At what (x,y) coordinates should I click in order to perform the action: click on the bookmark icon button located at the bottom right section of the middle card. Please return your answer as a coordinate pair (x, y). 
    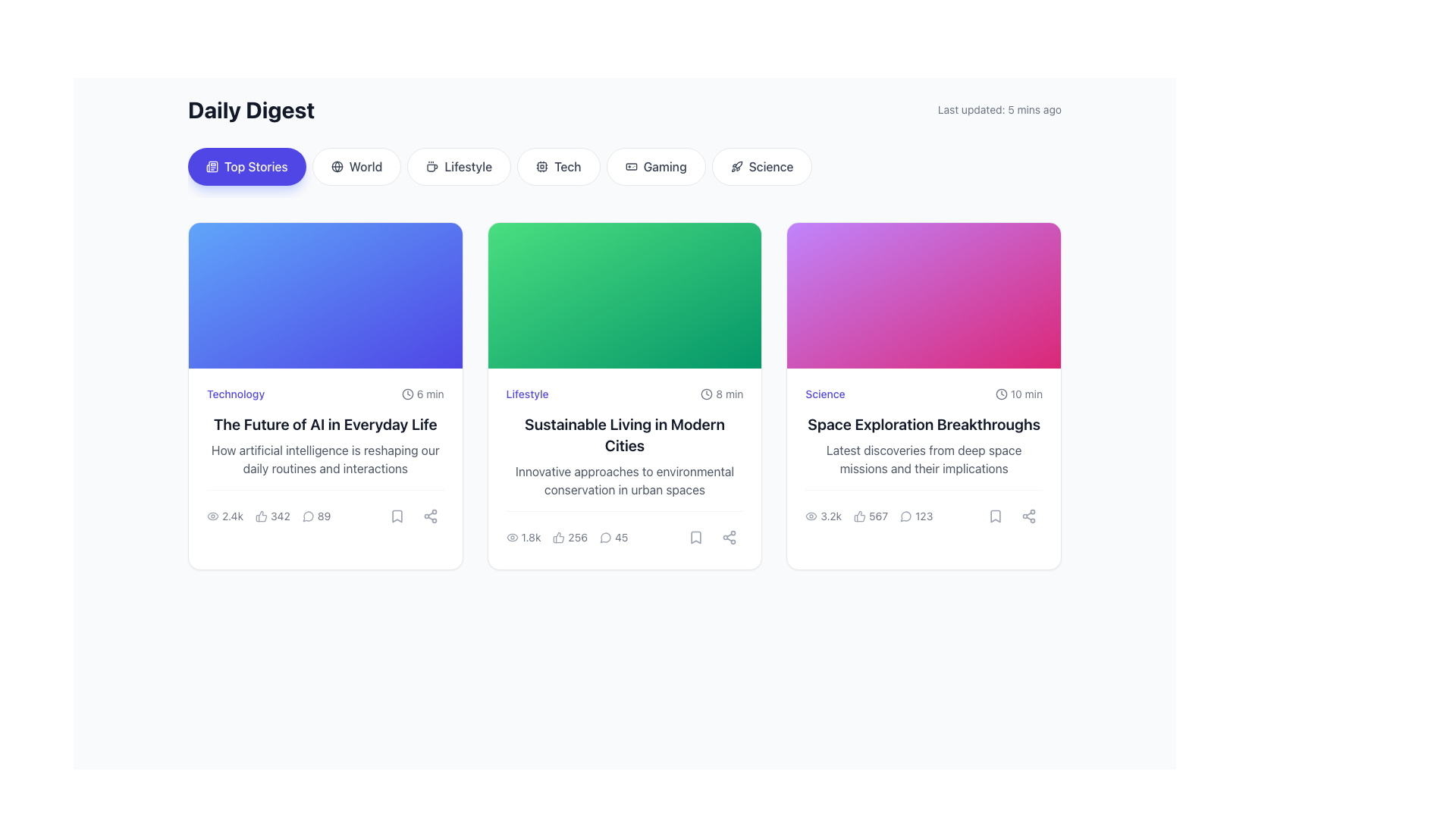
    Looking at the image, I should click on (695, 537).